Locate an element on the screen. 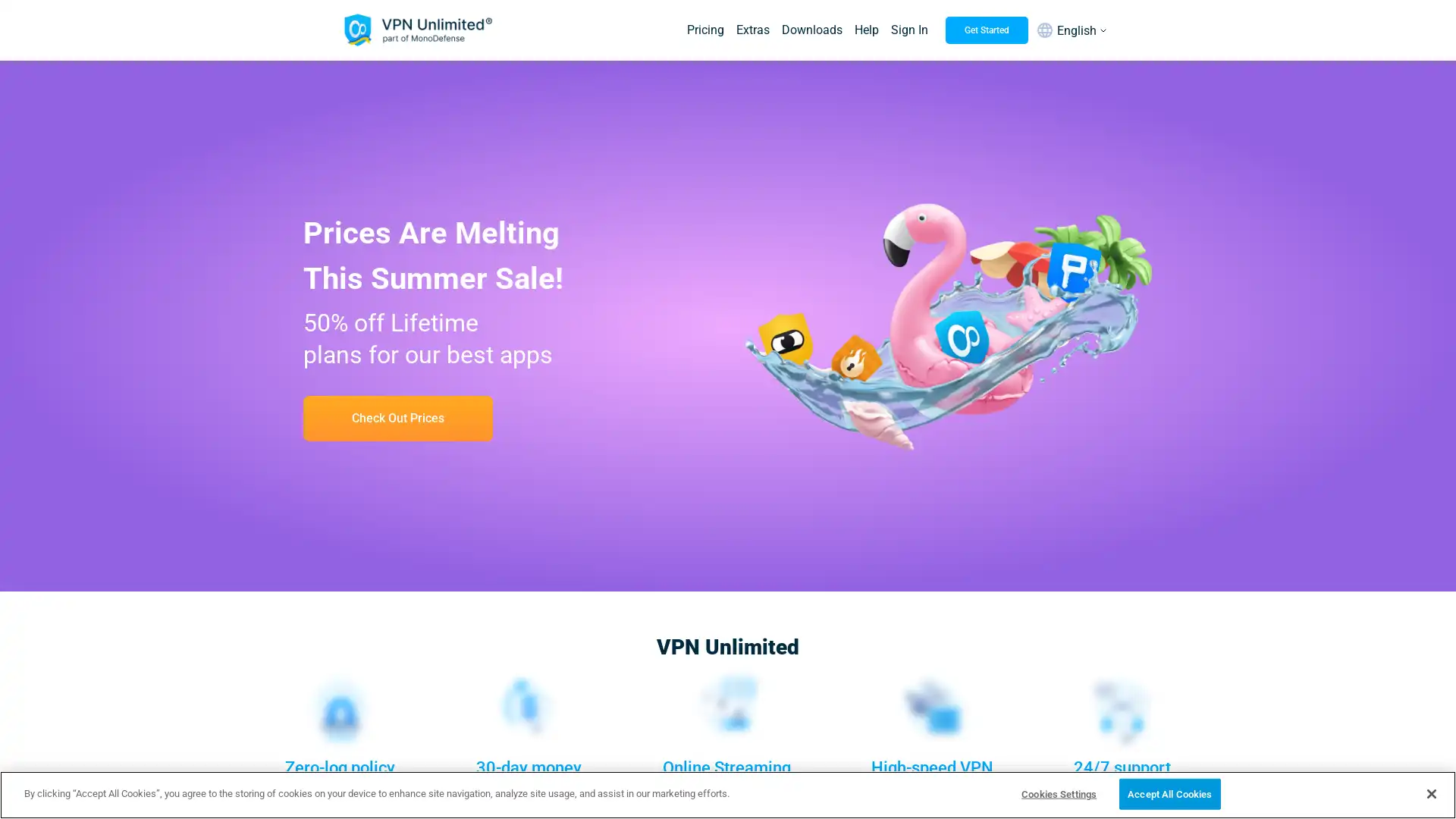  Cookies Settings is located at coordinates (1058, 792).